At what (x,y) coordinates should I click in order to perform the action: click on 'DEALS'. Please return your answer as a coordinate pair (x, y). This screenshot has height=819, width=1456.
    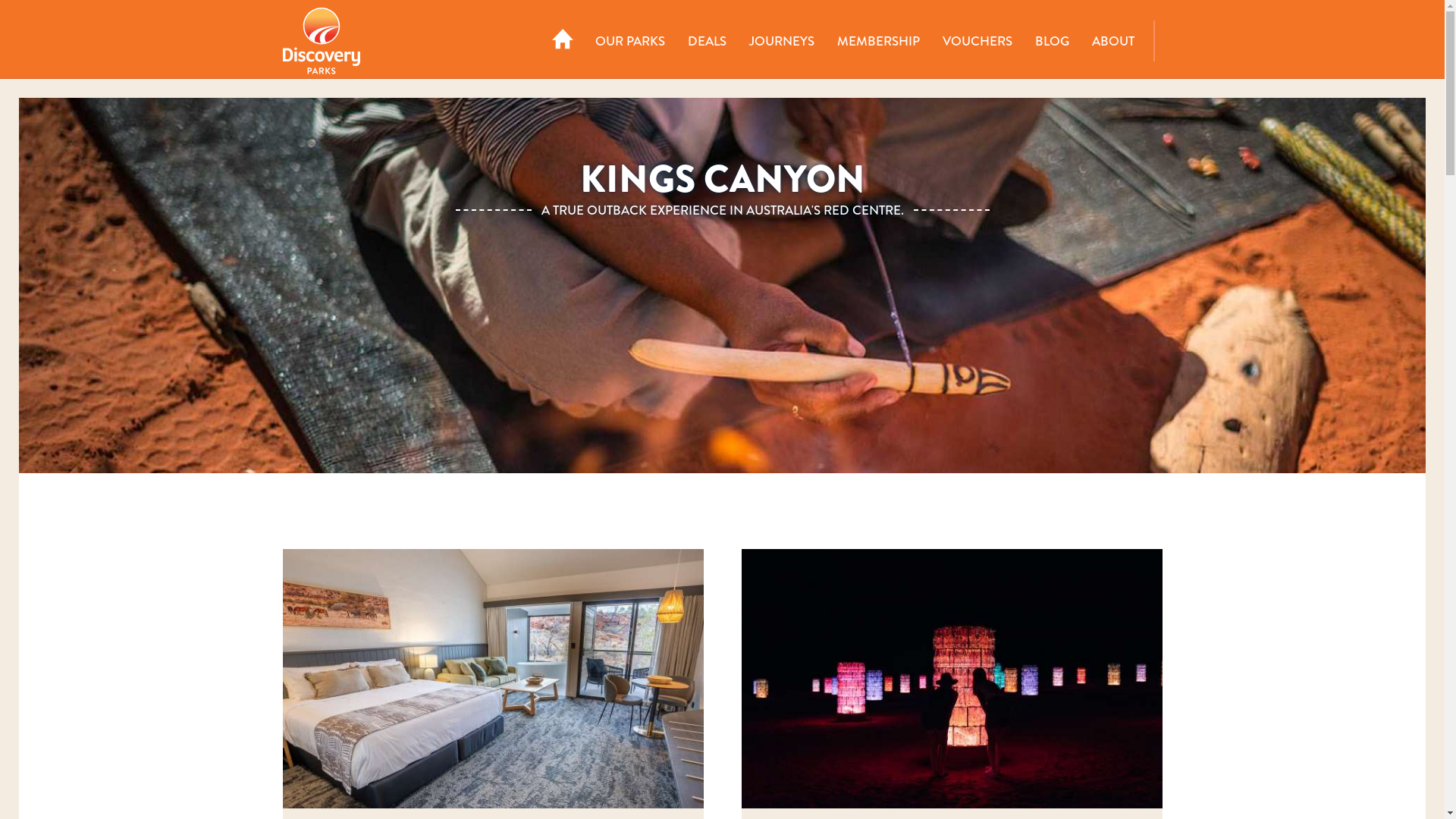
    Looking at the image, I should click on (706, 40).